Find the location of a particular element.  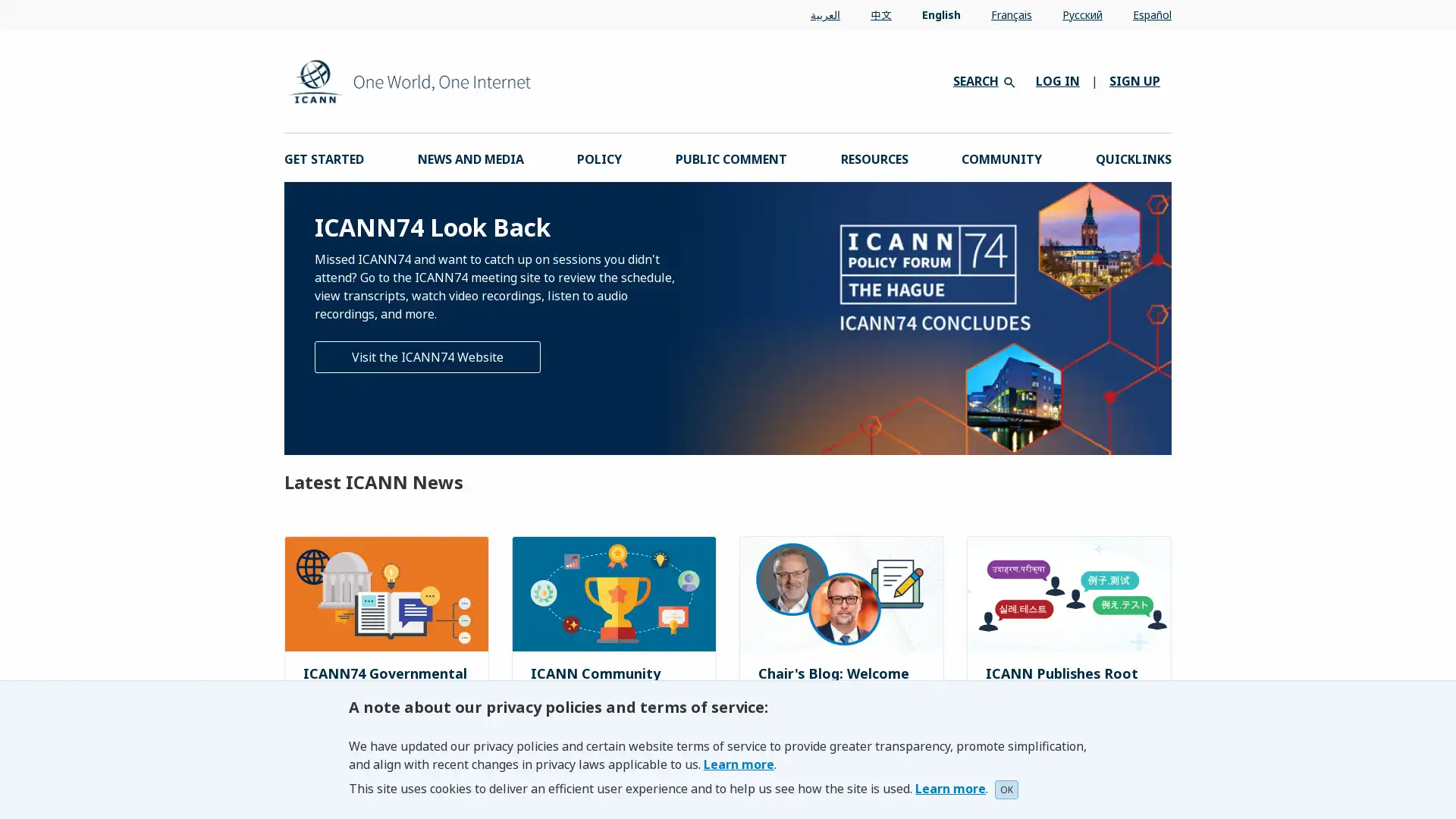

SIGN UP is located at coordinates (1134, 81).